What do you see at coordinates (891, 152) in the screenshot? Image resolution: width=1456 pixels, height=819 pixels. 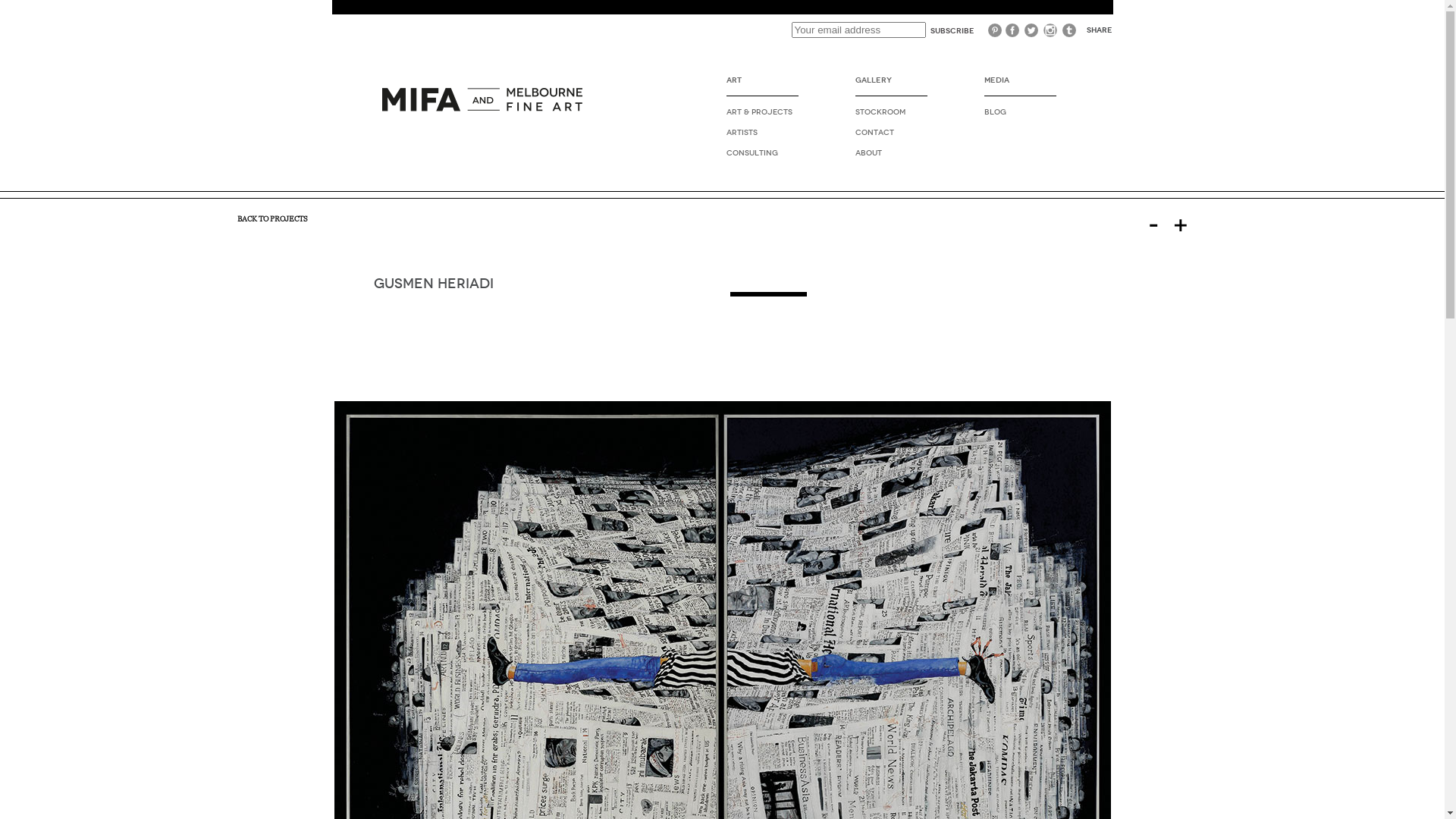 I see `'ABOUT'` at bounding box center [891, 152].